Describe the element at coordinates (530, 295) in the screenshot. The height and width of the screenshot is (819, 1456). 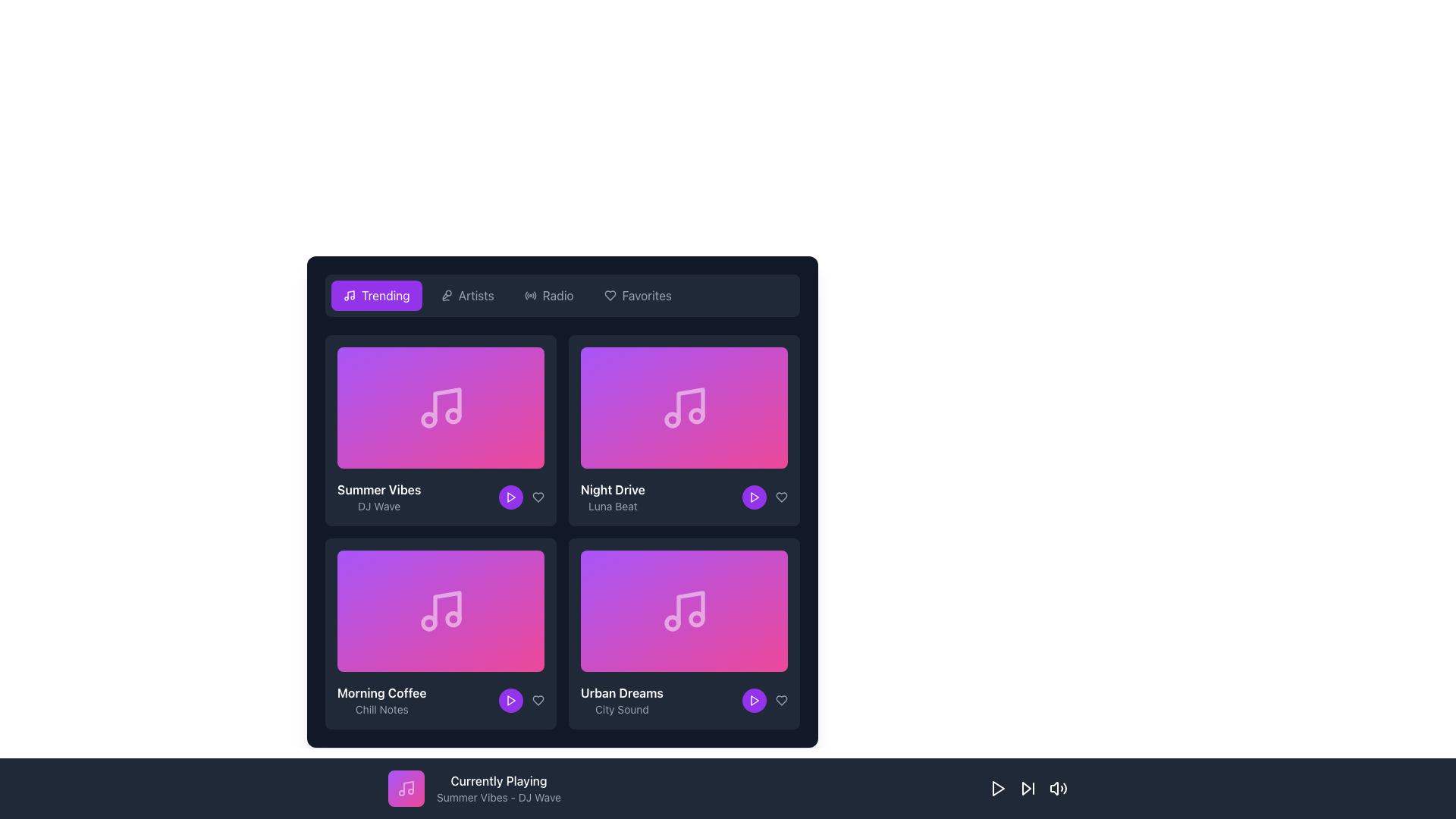
I see `the small circular radio signal icon located to the left of the 'Radio' text` at that location.